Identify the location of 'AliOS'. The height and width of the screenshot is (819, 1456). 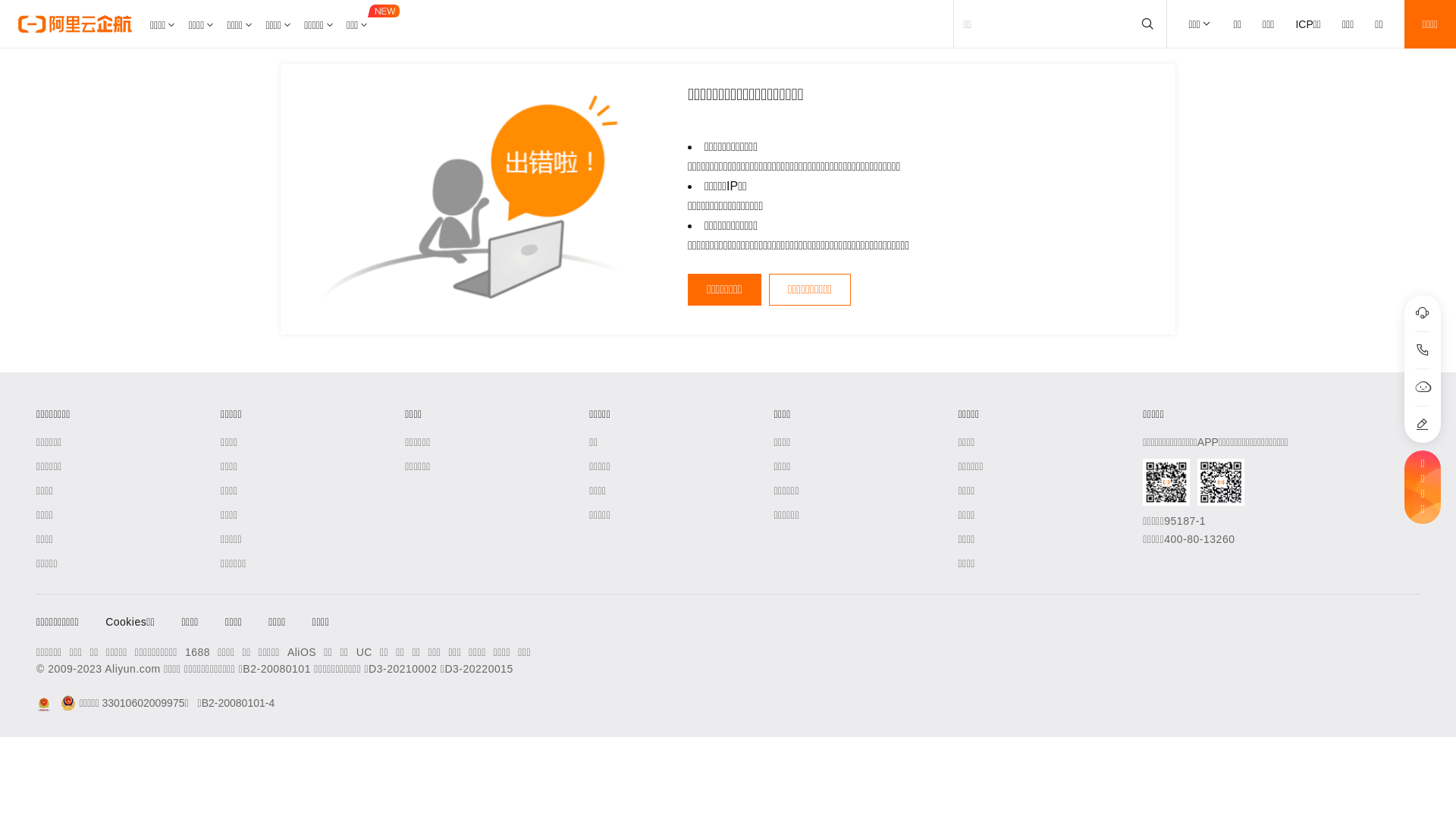
(302, 651).